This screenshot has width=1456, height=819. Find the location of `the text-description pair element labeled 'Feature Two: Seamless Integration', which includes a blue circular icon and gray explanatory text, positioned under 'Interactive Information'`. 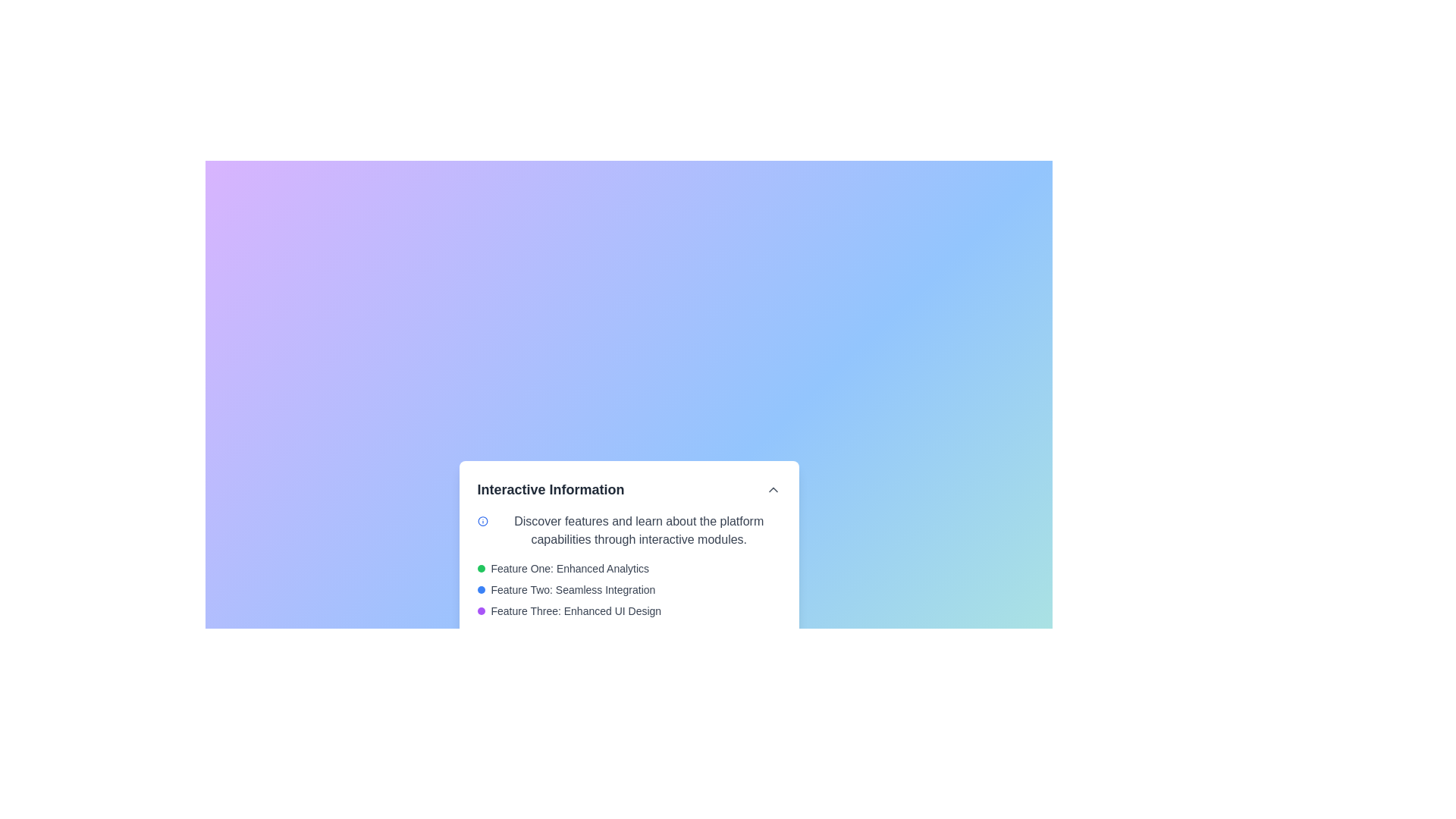

the text-description pair element labeled 'Feature Two: Seamless Integration', which includes a blue circular icon and gray explanatory text, positioned under 'Interactive Information' is located at coordinates (629, 589).